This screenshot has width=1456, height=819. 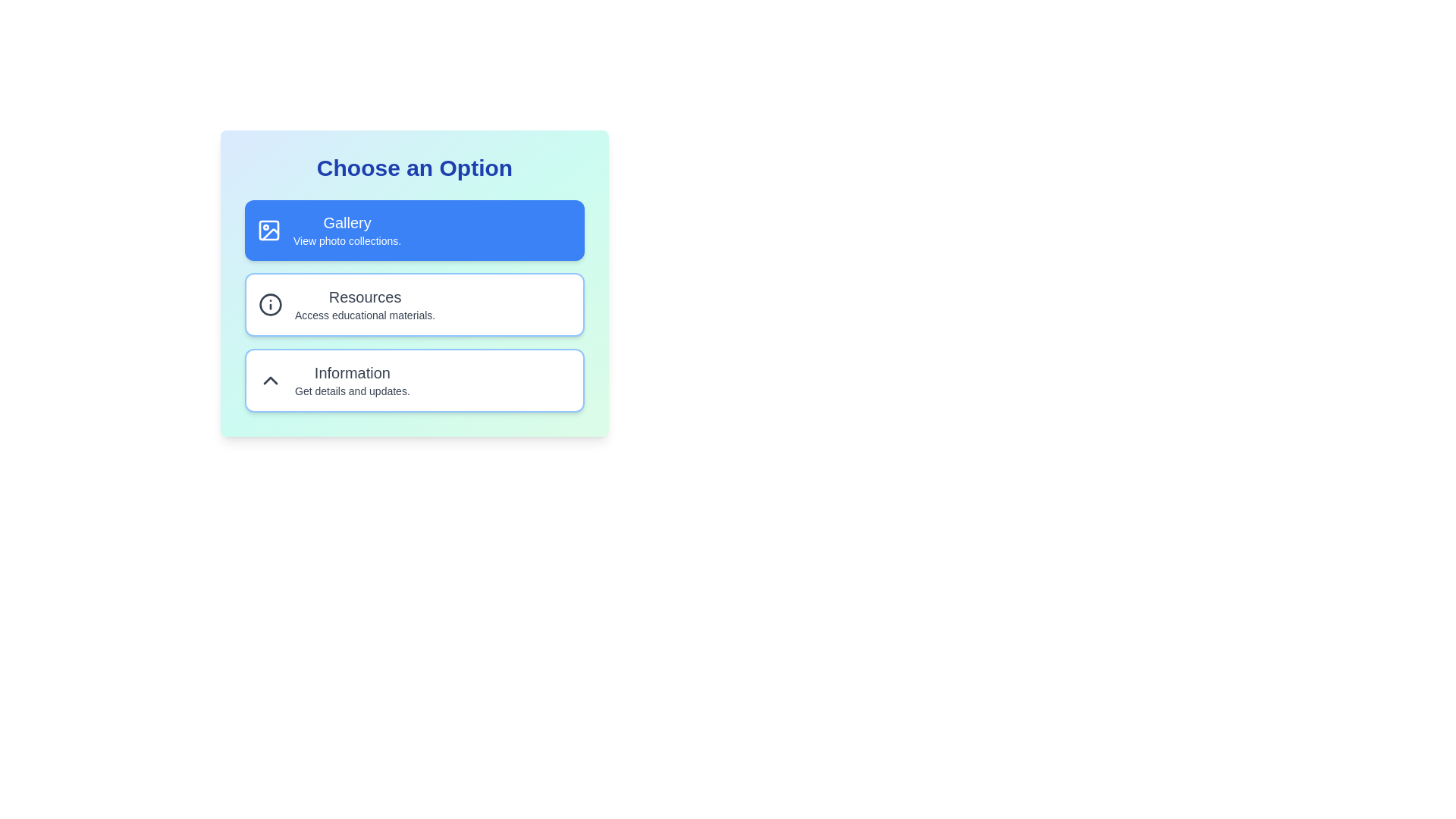 What do you see at coordinates (415, 231) in the screenshot?
I see `the top-center button` at bounding box center [415, 231].